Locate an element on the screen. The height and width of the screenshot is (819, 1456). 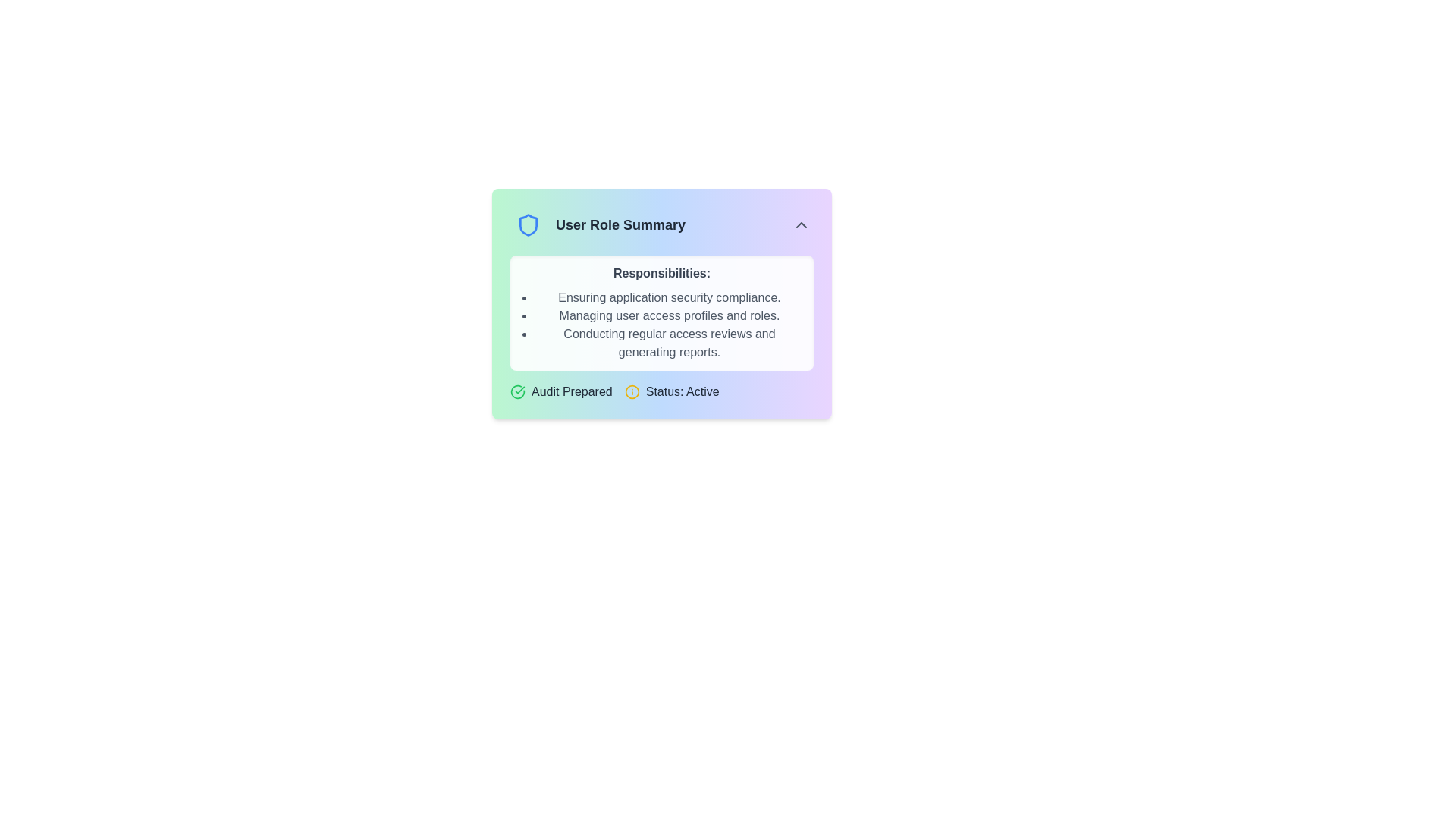
the information icon located adjacent to the textual status label 'Status: Active' in the lower part of the user interface is located at coordinates (632, 391).